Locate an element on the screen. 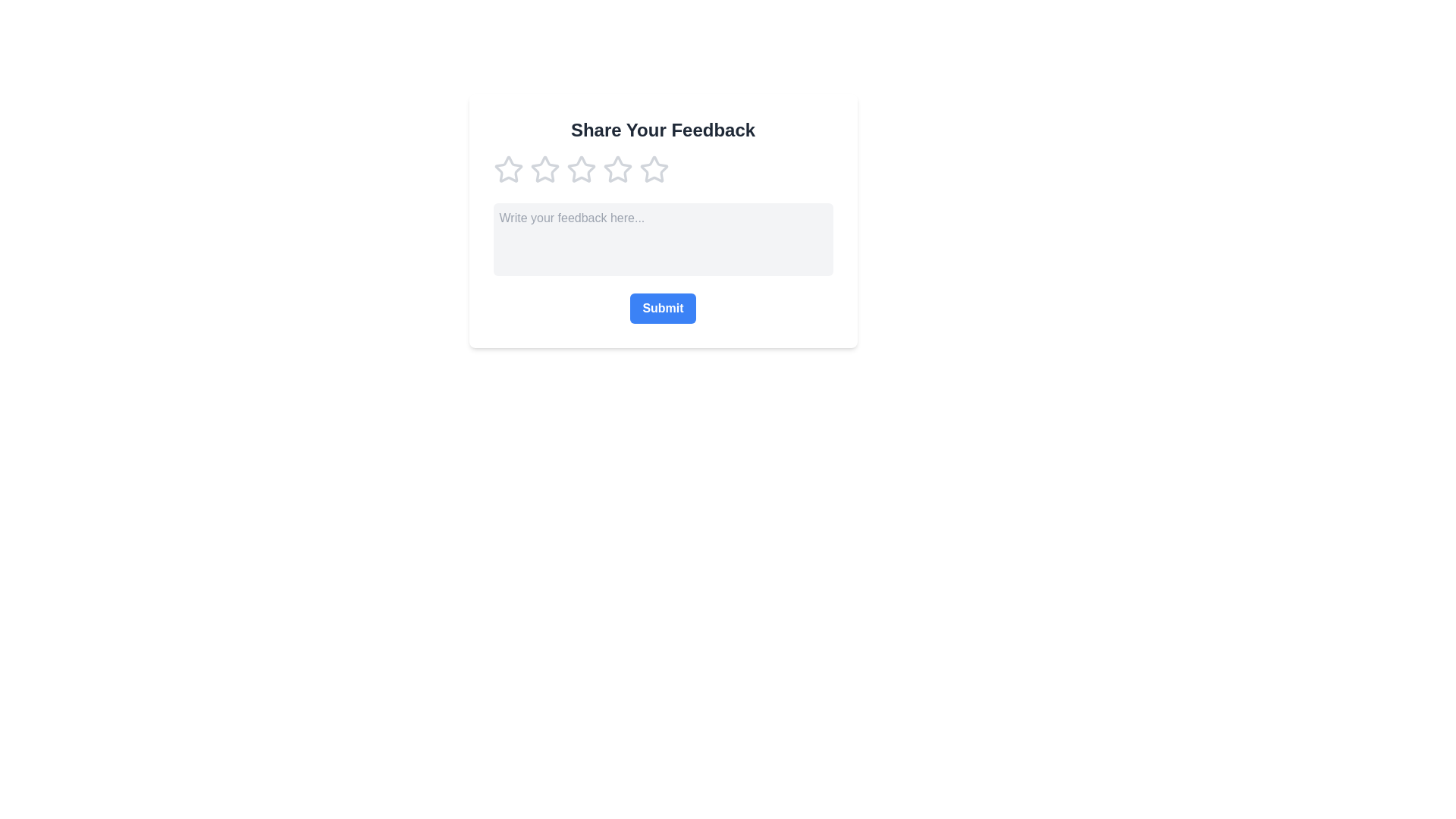 Image resolution: width=1456 pixels, height=819 pixels. the feedback input box to focus on it is located at coordinates (663, 239).